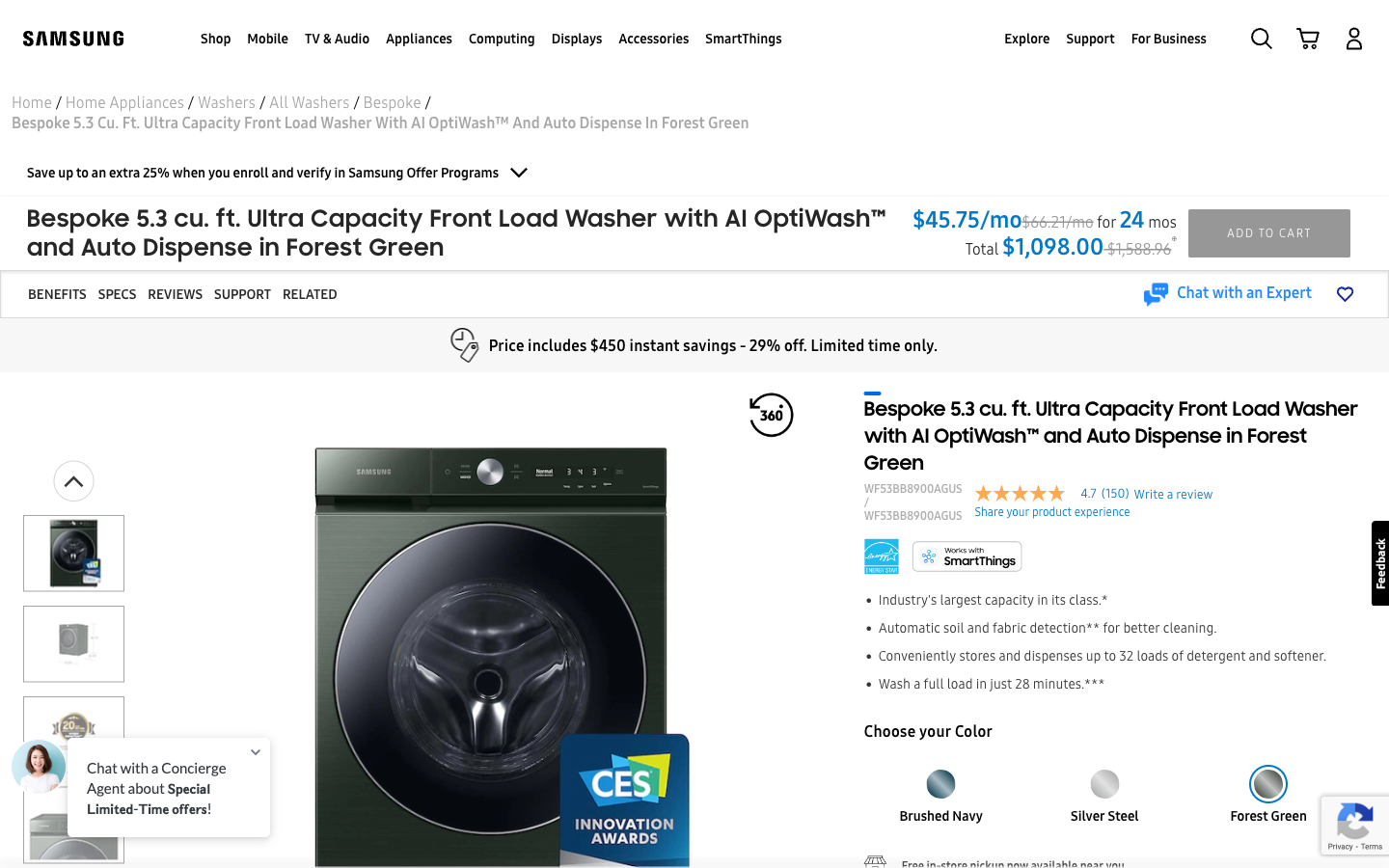  I want to click on Go back two pages to view all washers, so click(227, 101).